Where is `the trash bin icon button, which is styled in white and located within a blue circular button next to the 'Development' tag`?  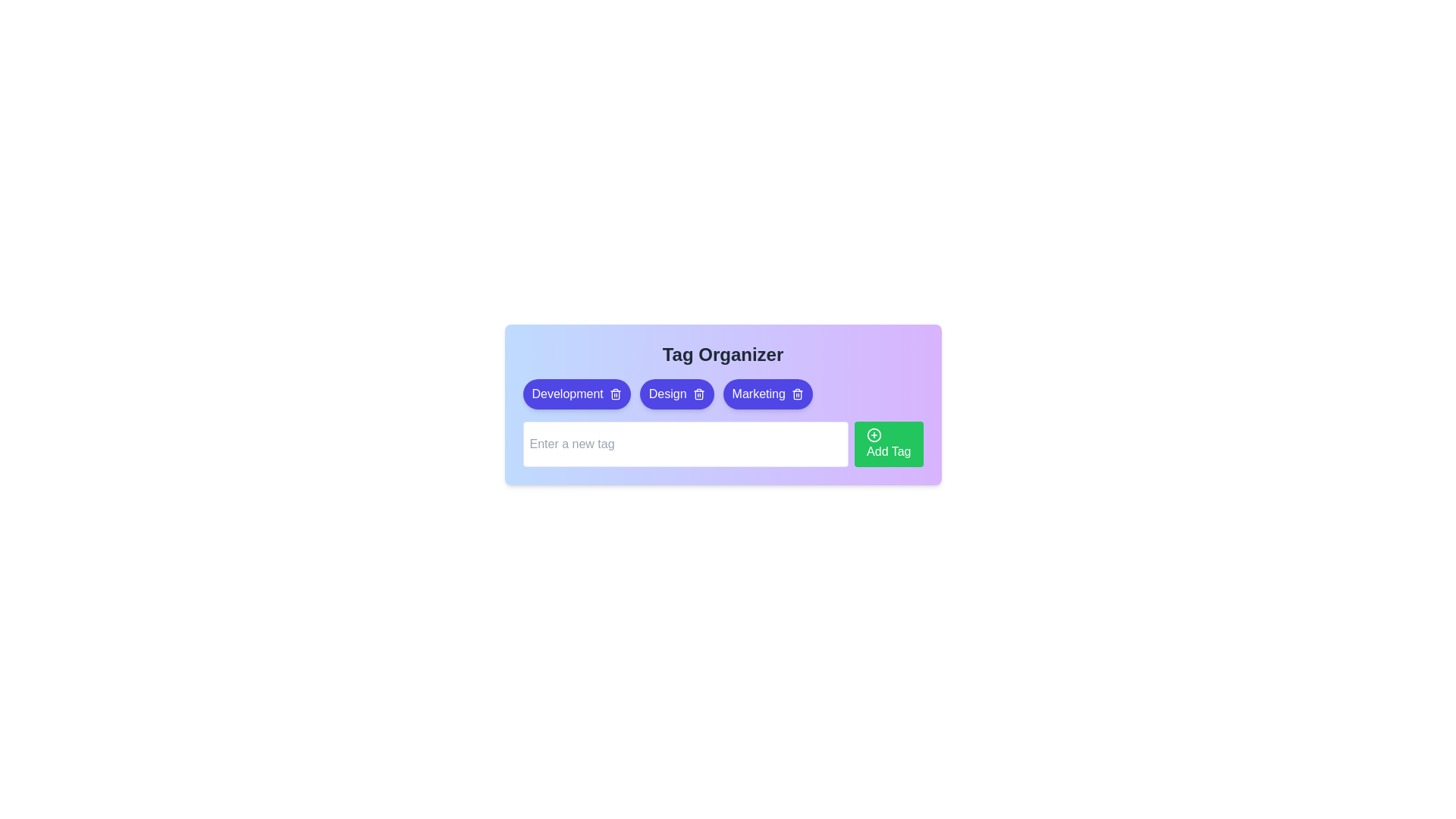 the trash bin icon button, which is styled in white and located within a blue circular button next to the 'Development' tag is located at coordinates (615, 394).